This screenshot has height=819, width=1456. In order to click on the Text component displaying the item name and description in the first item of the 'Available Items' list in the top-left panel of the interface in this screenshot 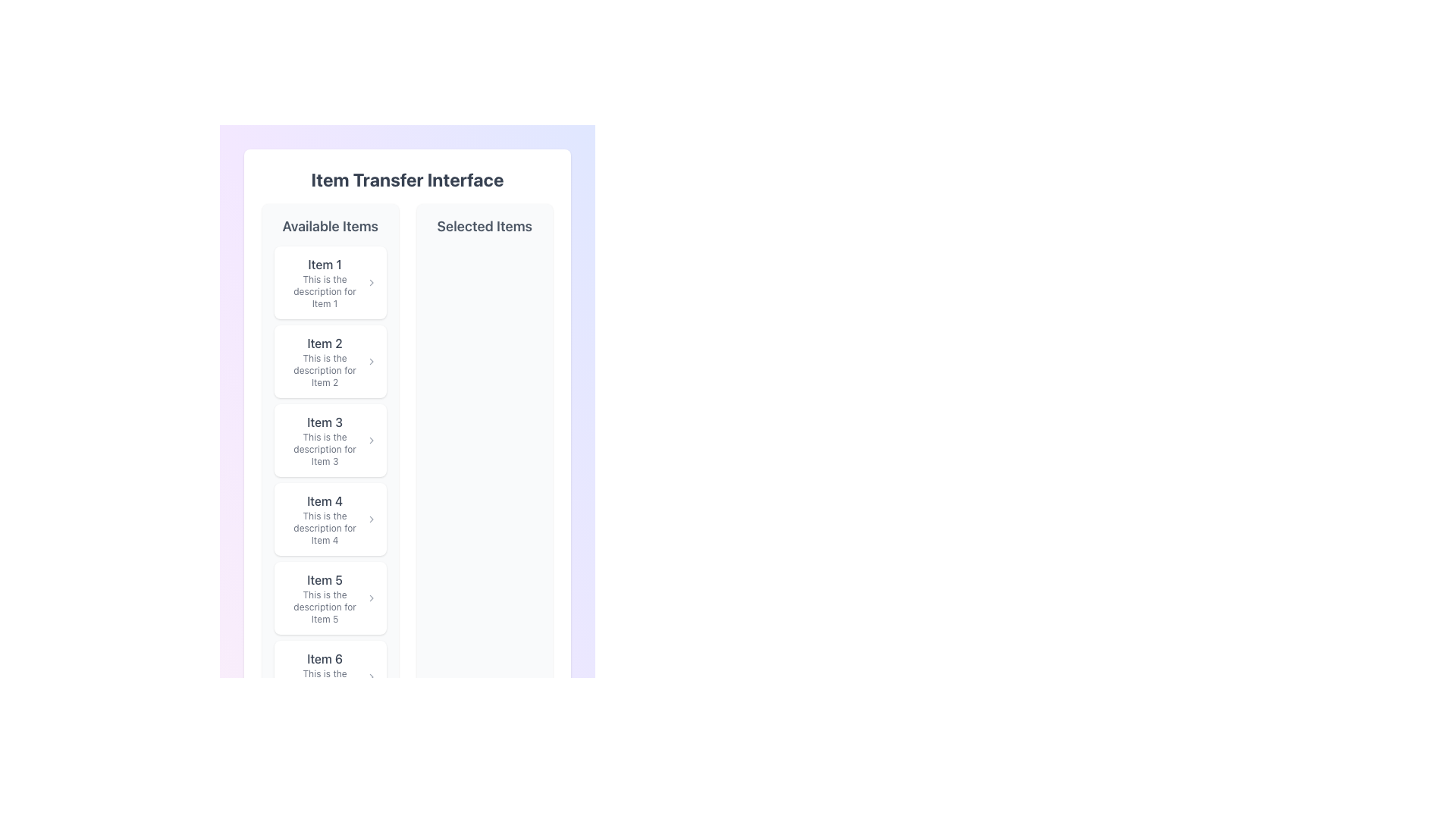, I will do `click(324, 283)`.